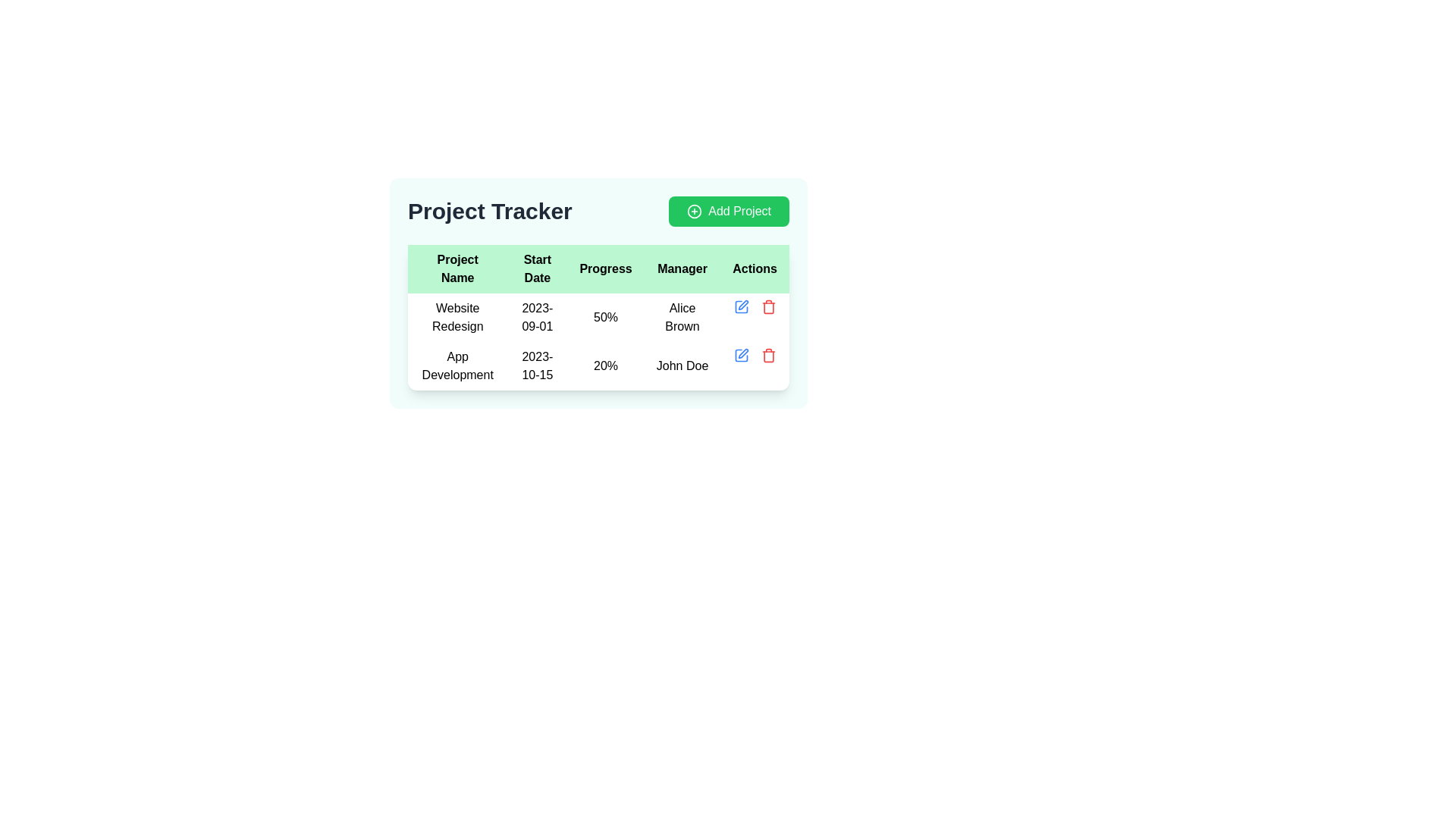  Describe the element at coordinates (768, 307) in the screenshot. I see `the middle segment of the trash can icon located towards the right-hand side of the 'Actions' column in the second row of the 'Project Tracker' table` at that location.